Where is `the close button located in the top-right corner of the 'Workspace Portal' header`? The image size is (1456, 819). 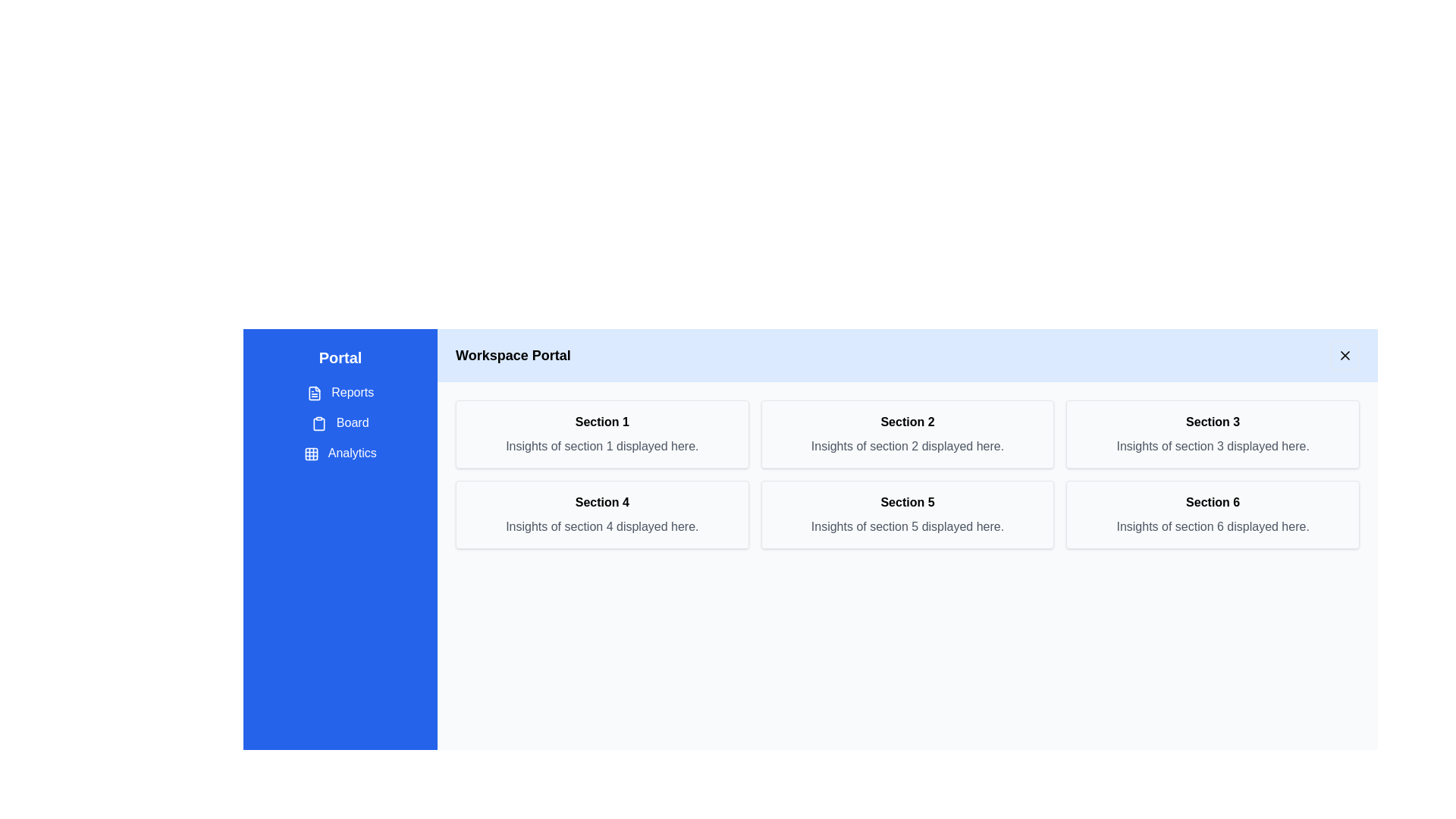
the close button located in the top-right corner of the 'Workspace Portal' header is located at coordinates (1345, 356).